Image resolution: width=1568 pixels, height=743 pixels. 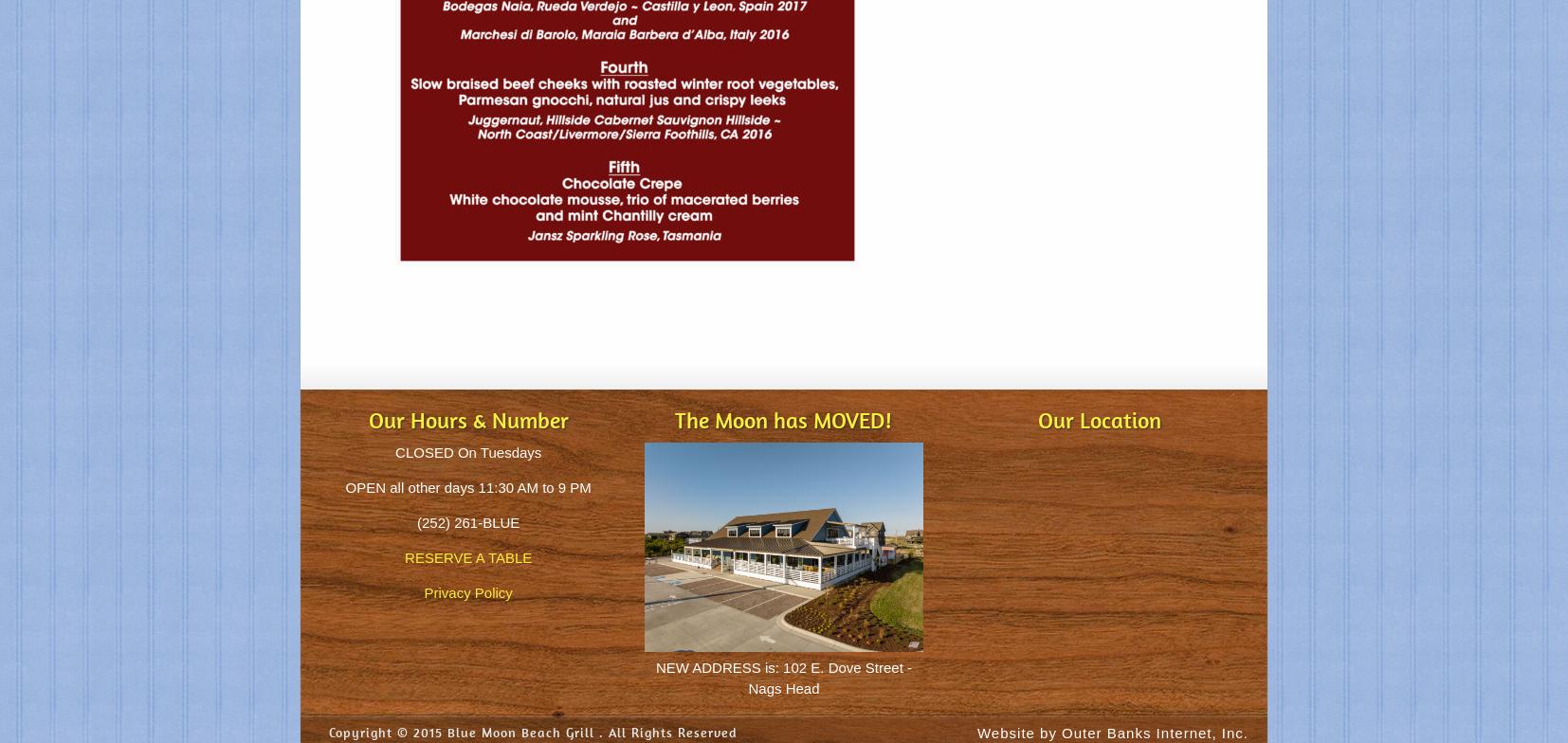 What do you see at coordinates (467, 592) in the screenshot?
I see `'Privacy Policy'` at bounding box center [467, 592].